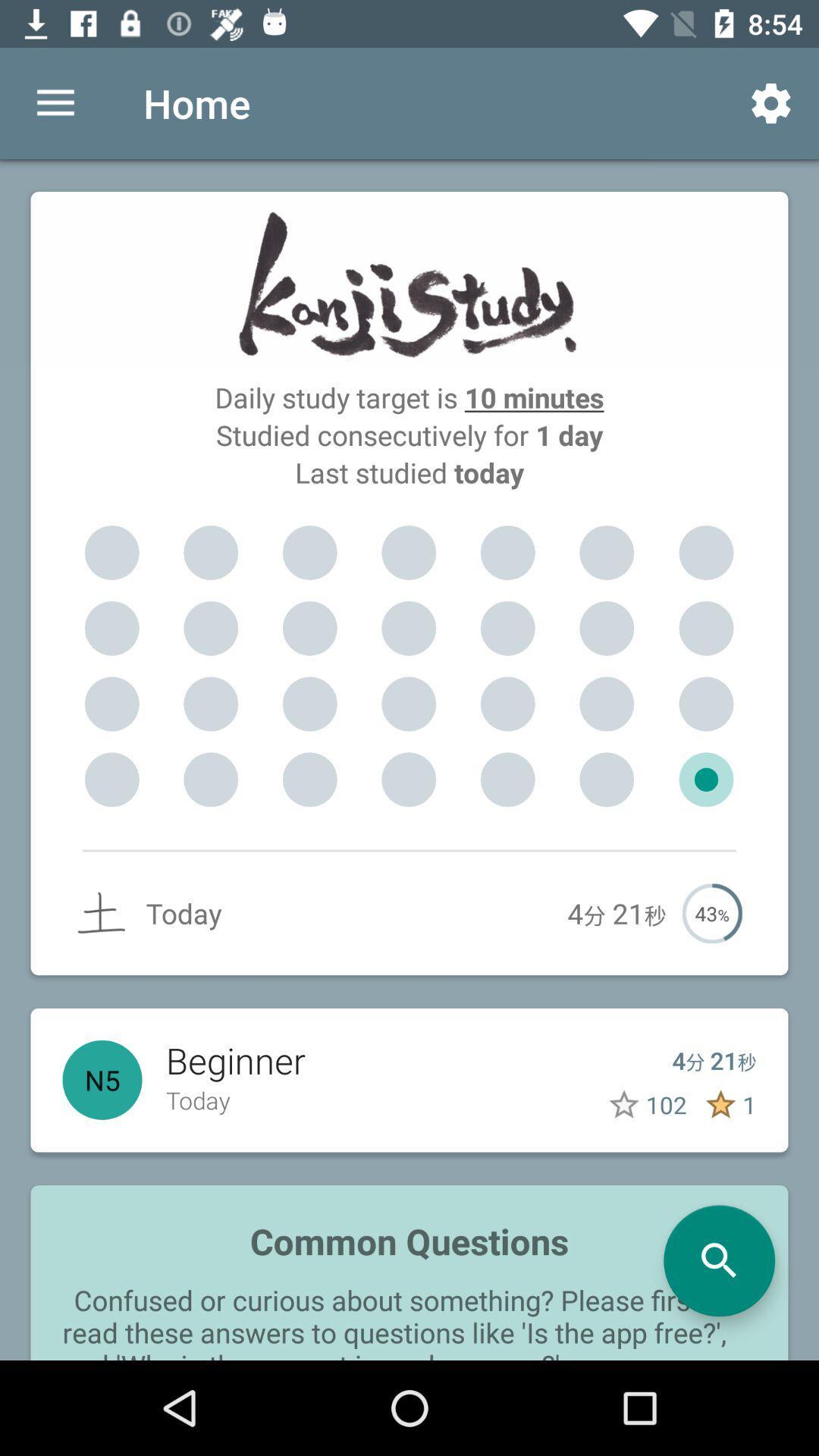  Describe the element at coordinates (718, 1260) in the screenshot. I see `search questions button` at that location.